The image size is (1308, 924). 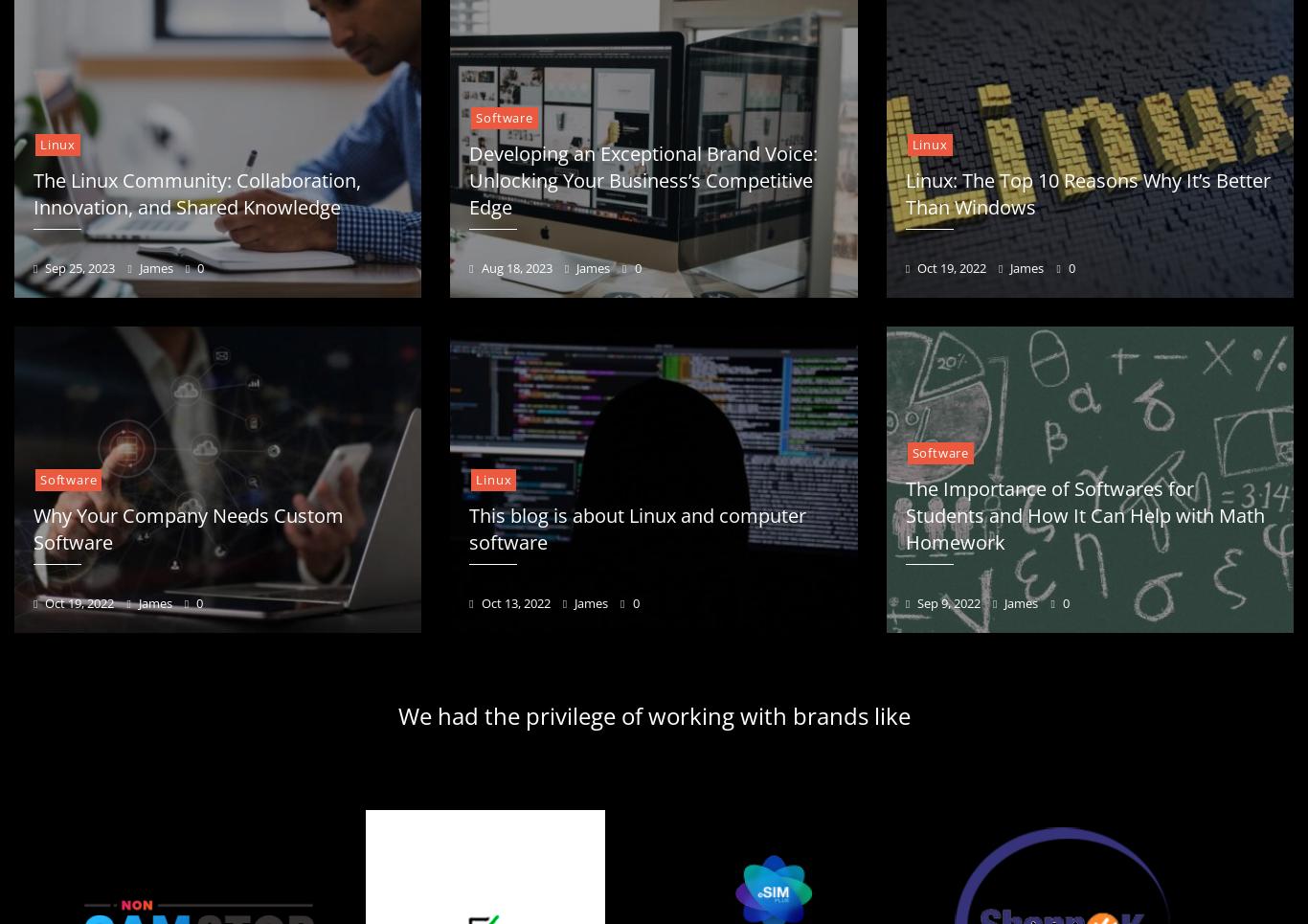 I want to click on 'The Linux Community: Collaboration, Innovation, and Shared Knowledge', so click(x=195, y=192).